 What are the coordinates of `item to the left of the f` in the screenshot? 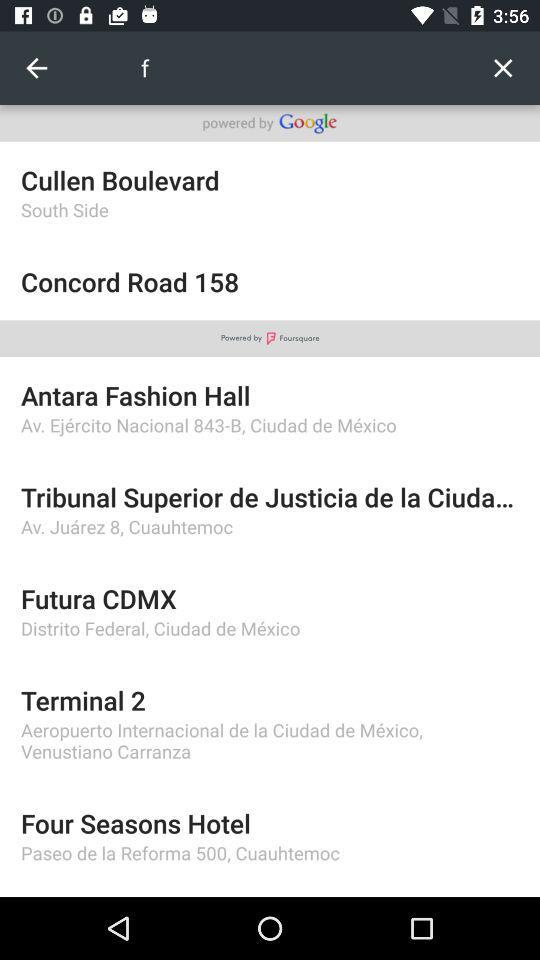 It's located at (36, 68).